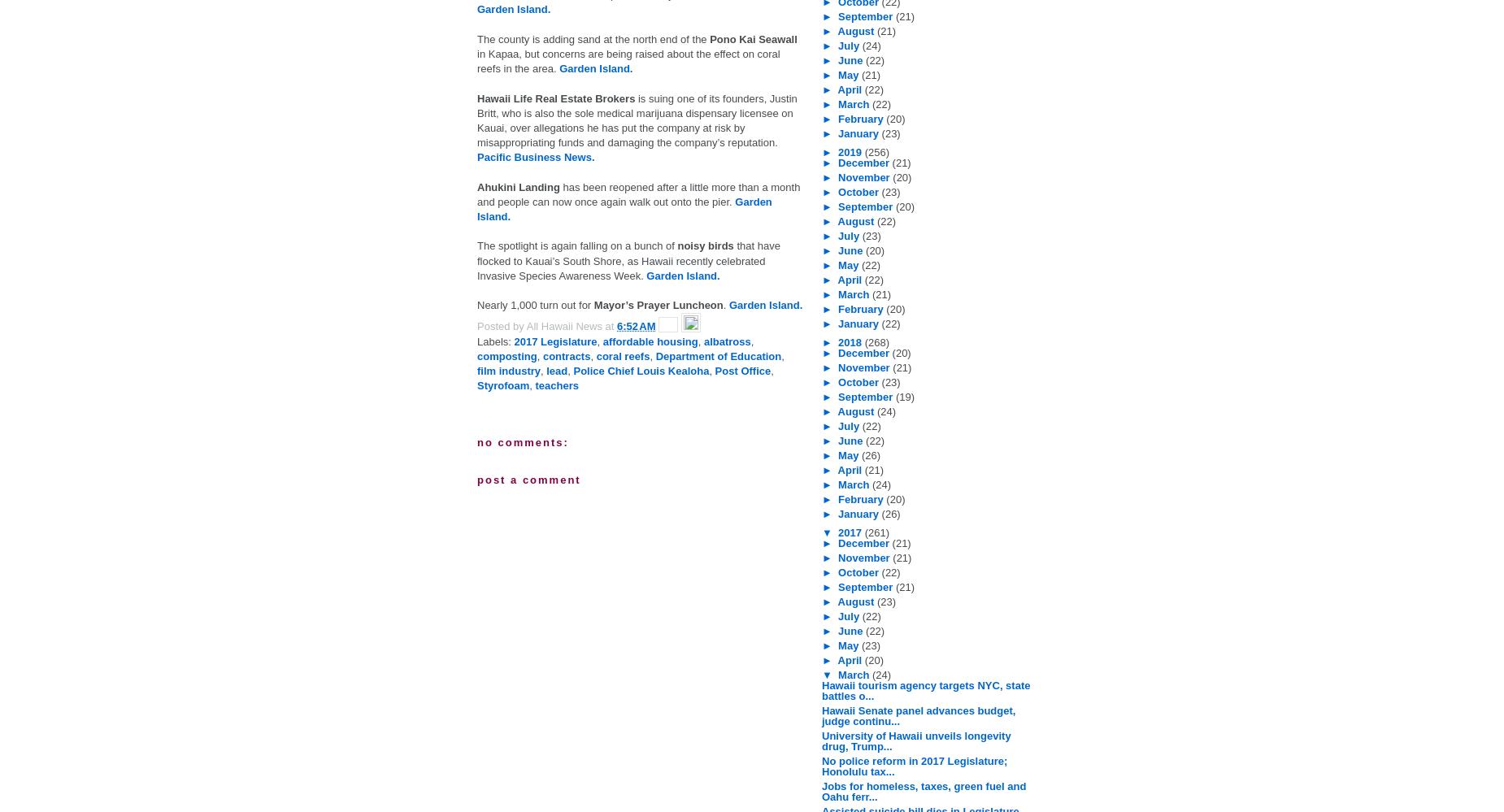  I want to click on 'noisy birds', so click(705, 245).